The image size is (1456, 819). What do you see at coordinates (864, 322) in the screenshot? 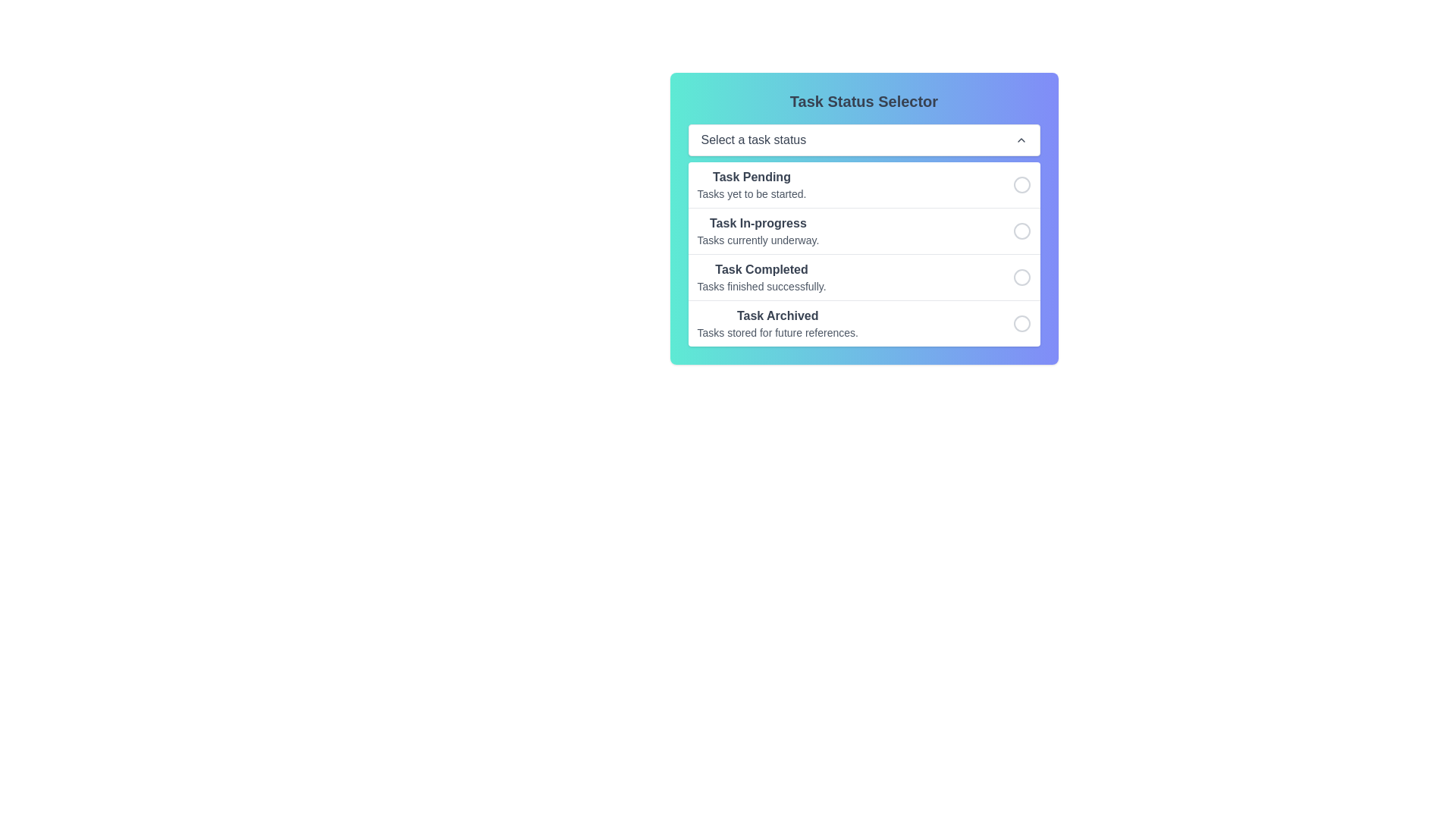
I see `the fourth list item titled 'Task Archived' in the dropdown menu` at bounding box center [864, 322].